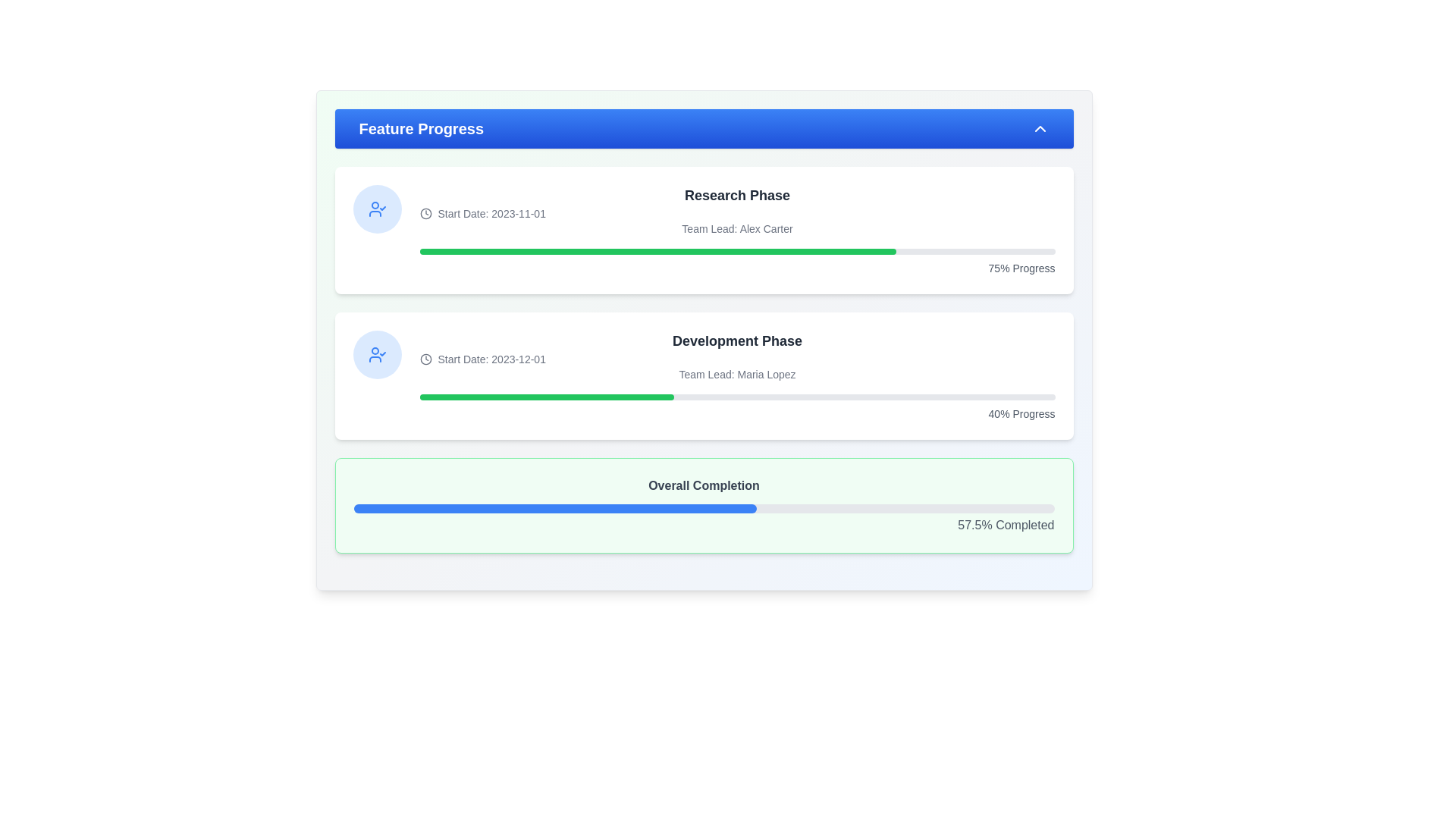 This screenshot has width=1456, height=819. I want to click on information displayed in the 'Development Phase' card, which includes the start date '2023-12-01', team lead 'Maria Lopez', and '40% Progress' shown on a green progress bar, so click(737, 375).